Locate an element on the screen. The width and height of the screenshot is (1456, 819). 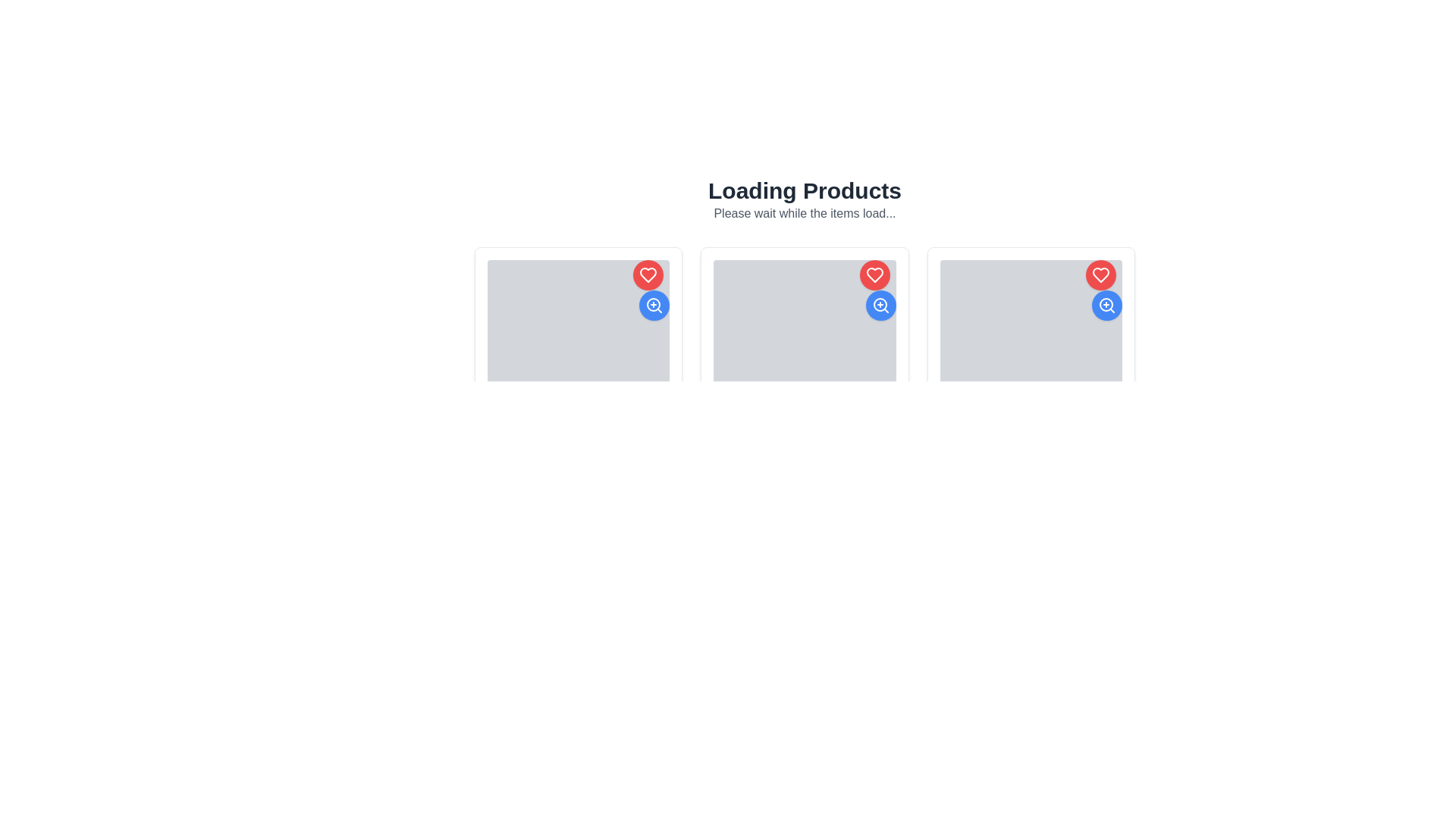
the circular red button with a white heart icon located in the upper-right corner of the middle product card is located at coordinates (874, 275).